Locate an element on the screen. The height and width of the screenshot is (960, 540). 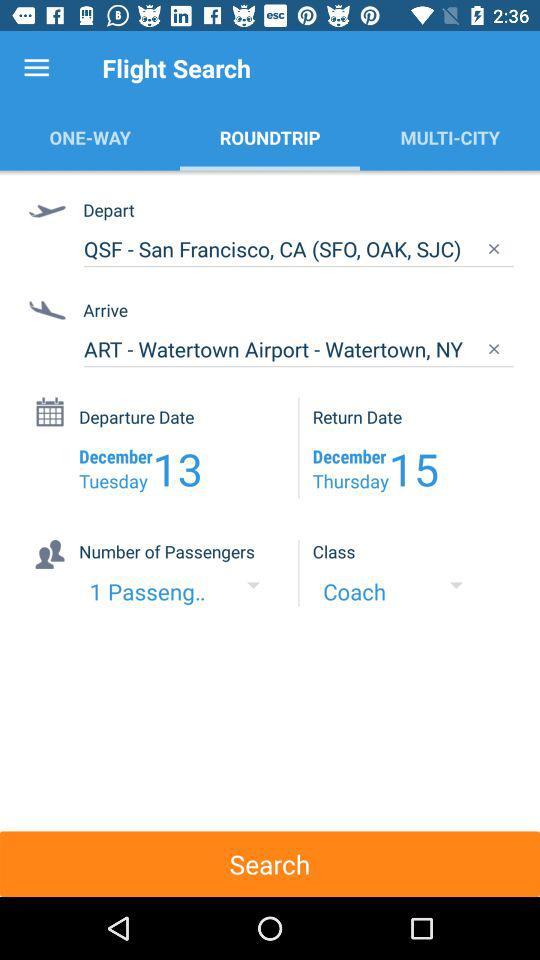
item below arrive icon is located at coordinates (297, 349).